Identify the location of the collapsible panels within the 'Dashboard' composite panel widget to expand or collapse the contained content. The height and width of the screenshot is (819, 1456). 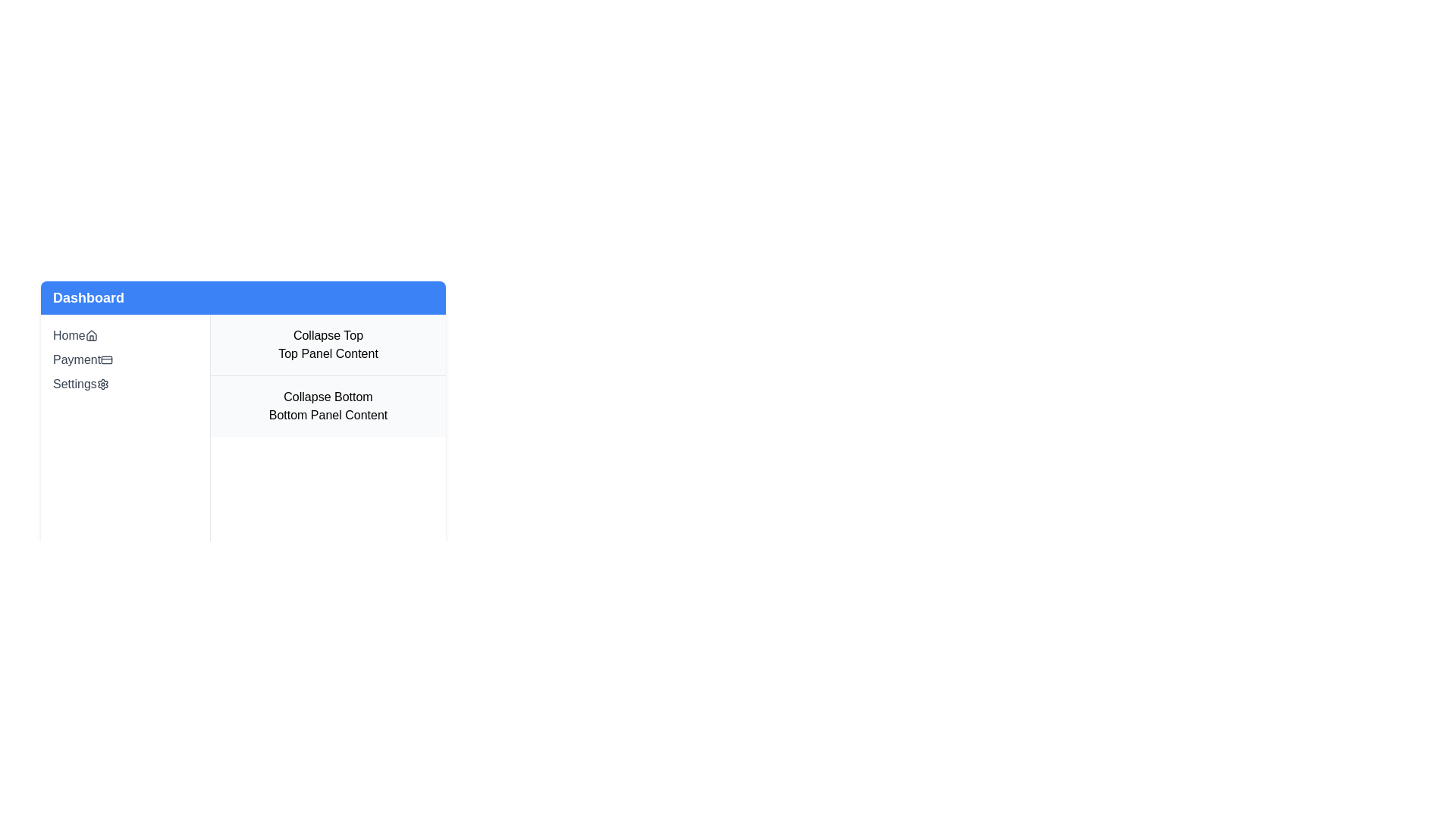
(243, 400).